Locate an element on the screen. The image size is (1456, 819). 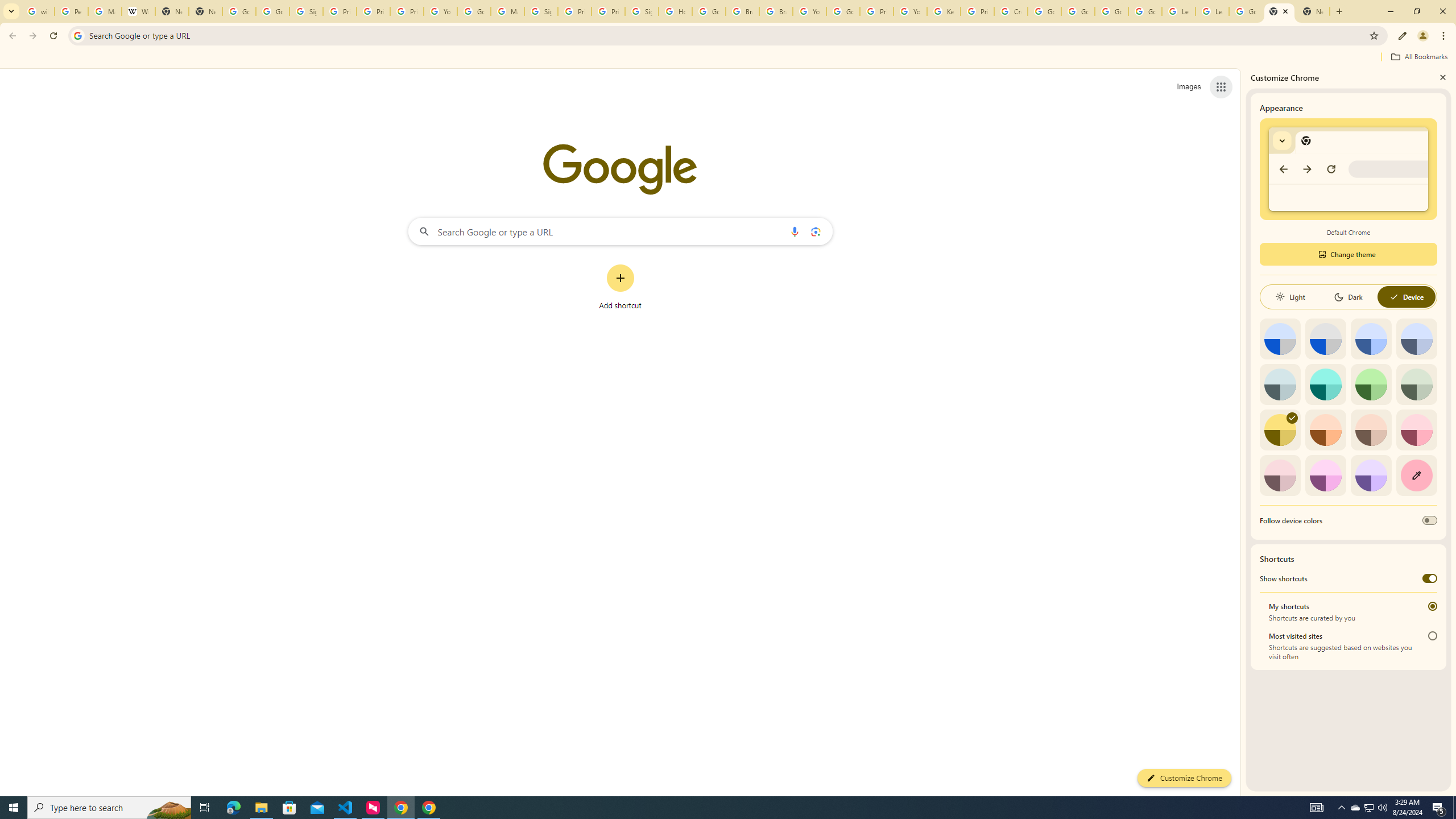
'Brand Resource Center' is located at coordinates (742, 11).